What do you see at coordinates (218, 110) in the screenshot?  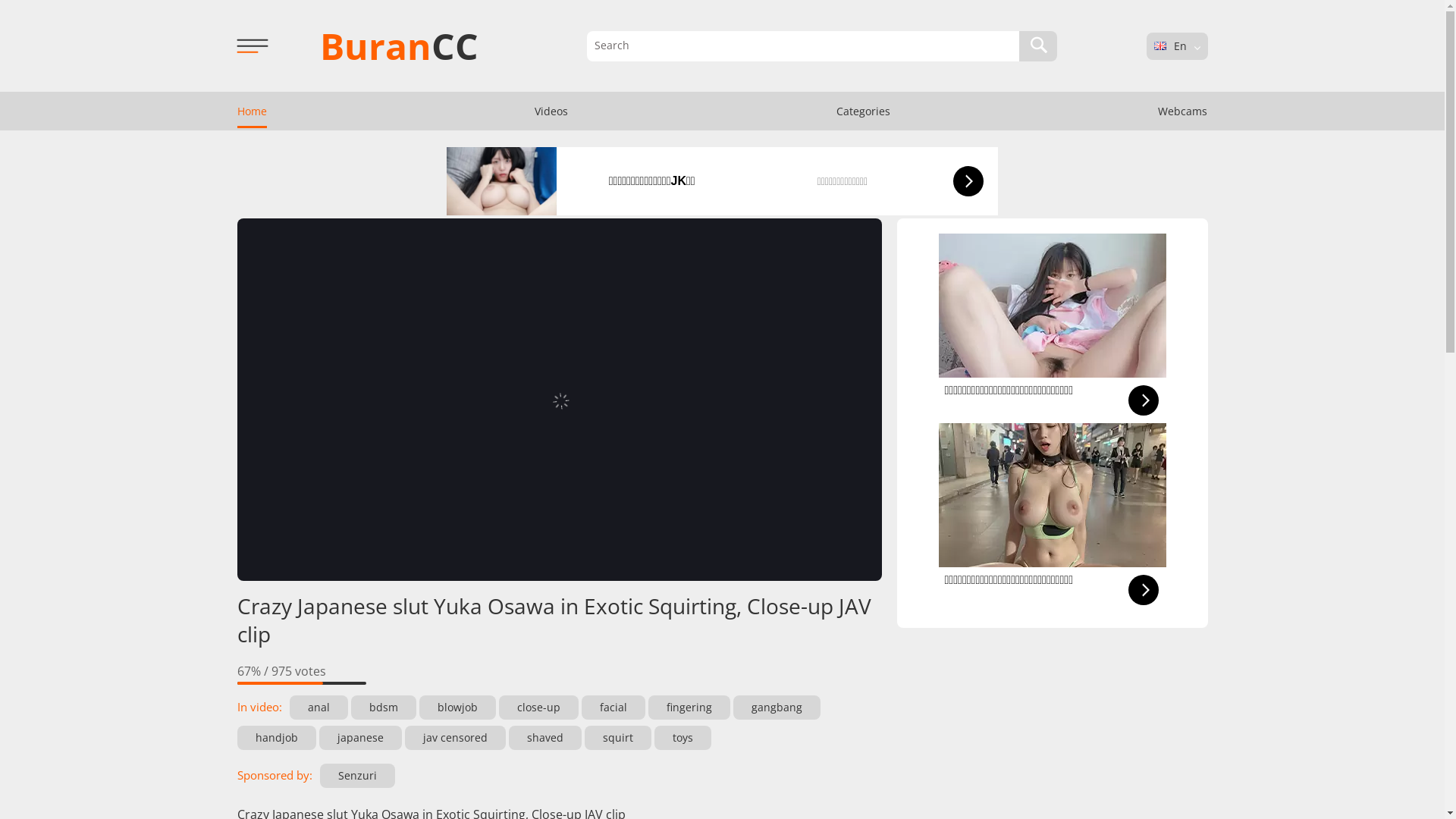 I see `'Home'` at bounding box center [218, 110].